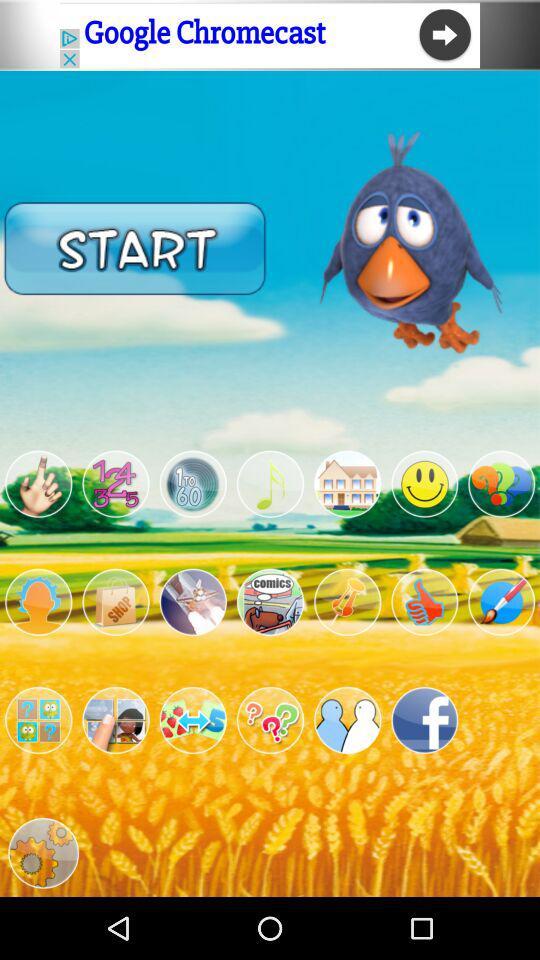  What do you see at coordinates (423, 601) in the screenshot?
I see `like` at bounding box center [423, 601].